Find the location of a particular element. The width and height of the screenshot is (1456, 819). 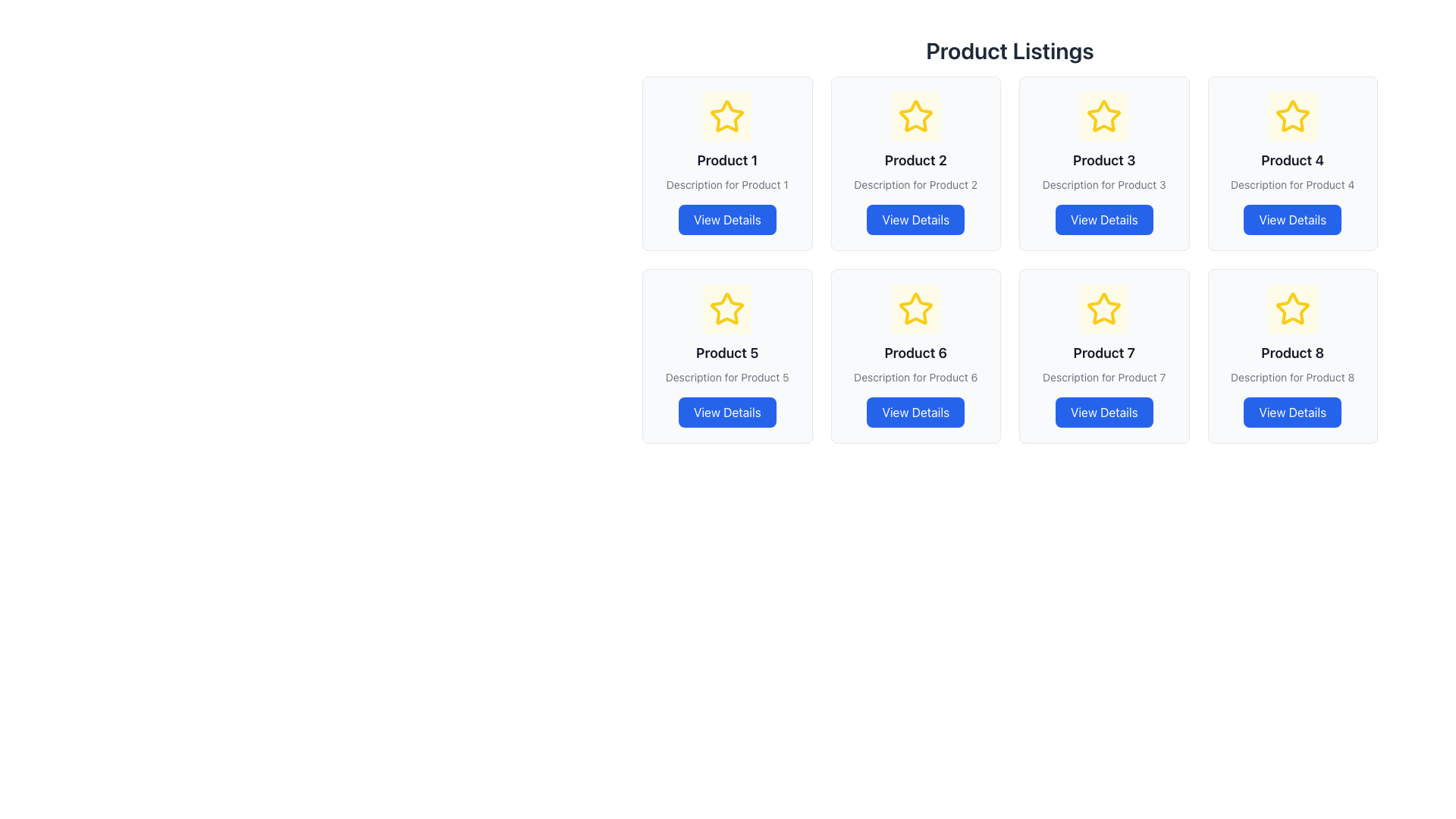

the star icon located at the top-center of the 'Product 8' card is located at coordinates (1291, 309).